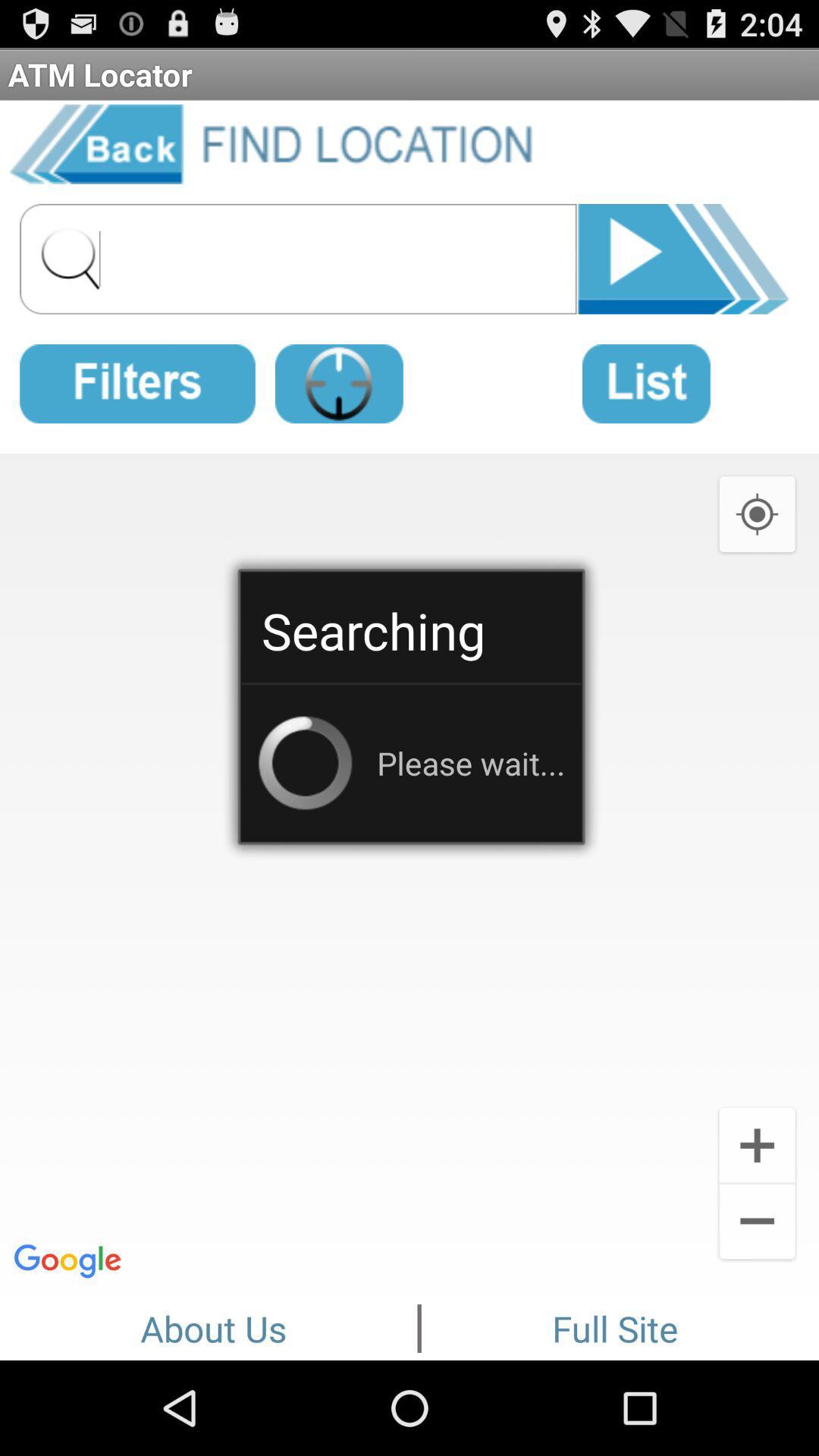 Image resolution: width=819 pixels, height=1456 pixels. What do you see at coordinates (683, 256) in the screenshot?
I see `the app below atm locator app` at bounding box center [683, 256].